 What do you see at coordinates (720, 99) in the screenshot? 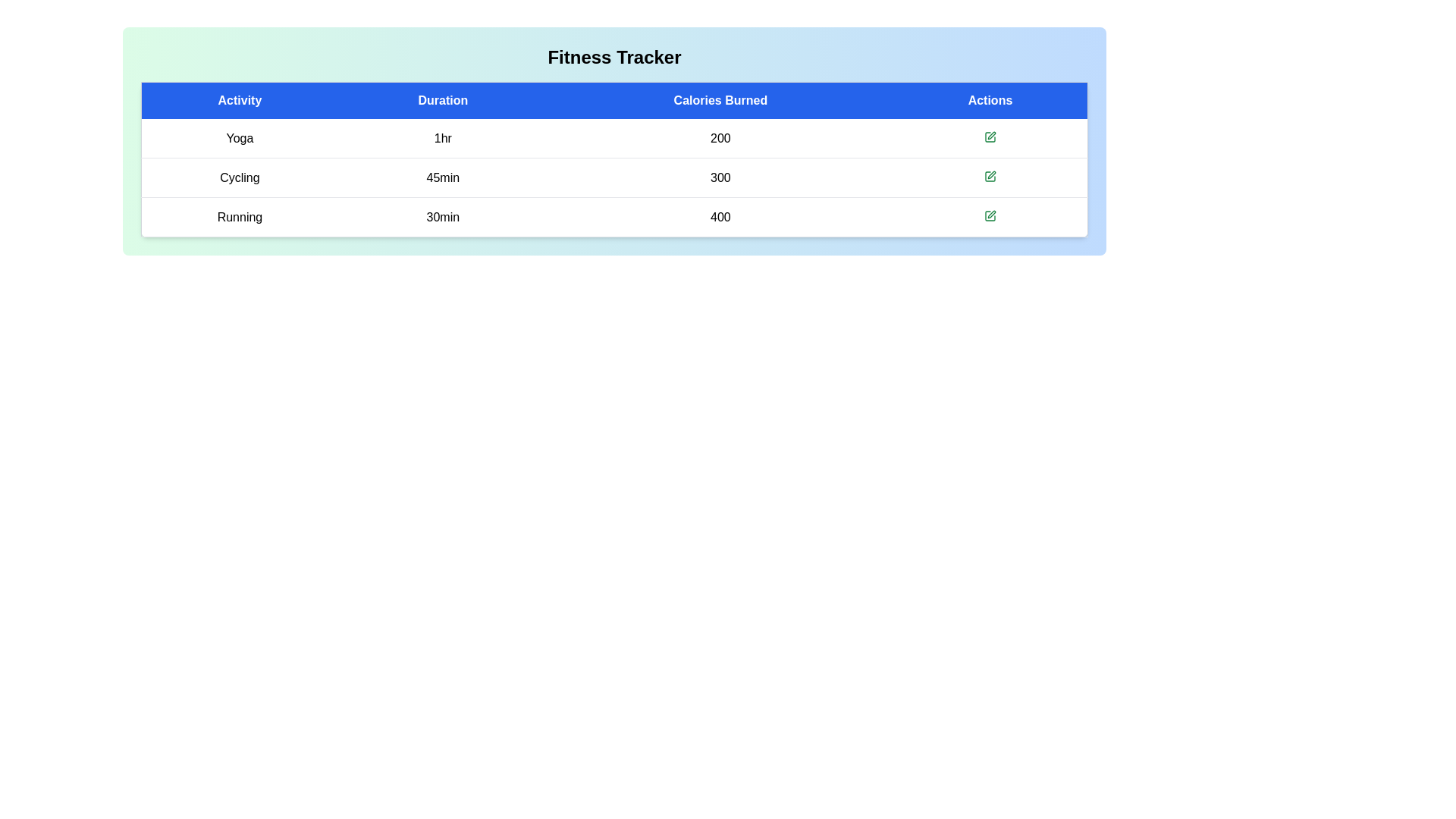
I see `the column header Calories Burned to sort or interact with it` at bounding box center [720, 99].